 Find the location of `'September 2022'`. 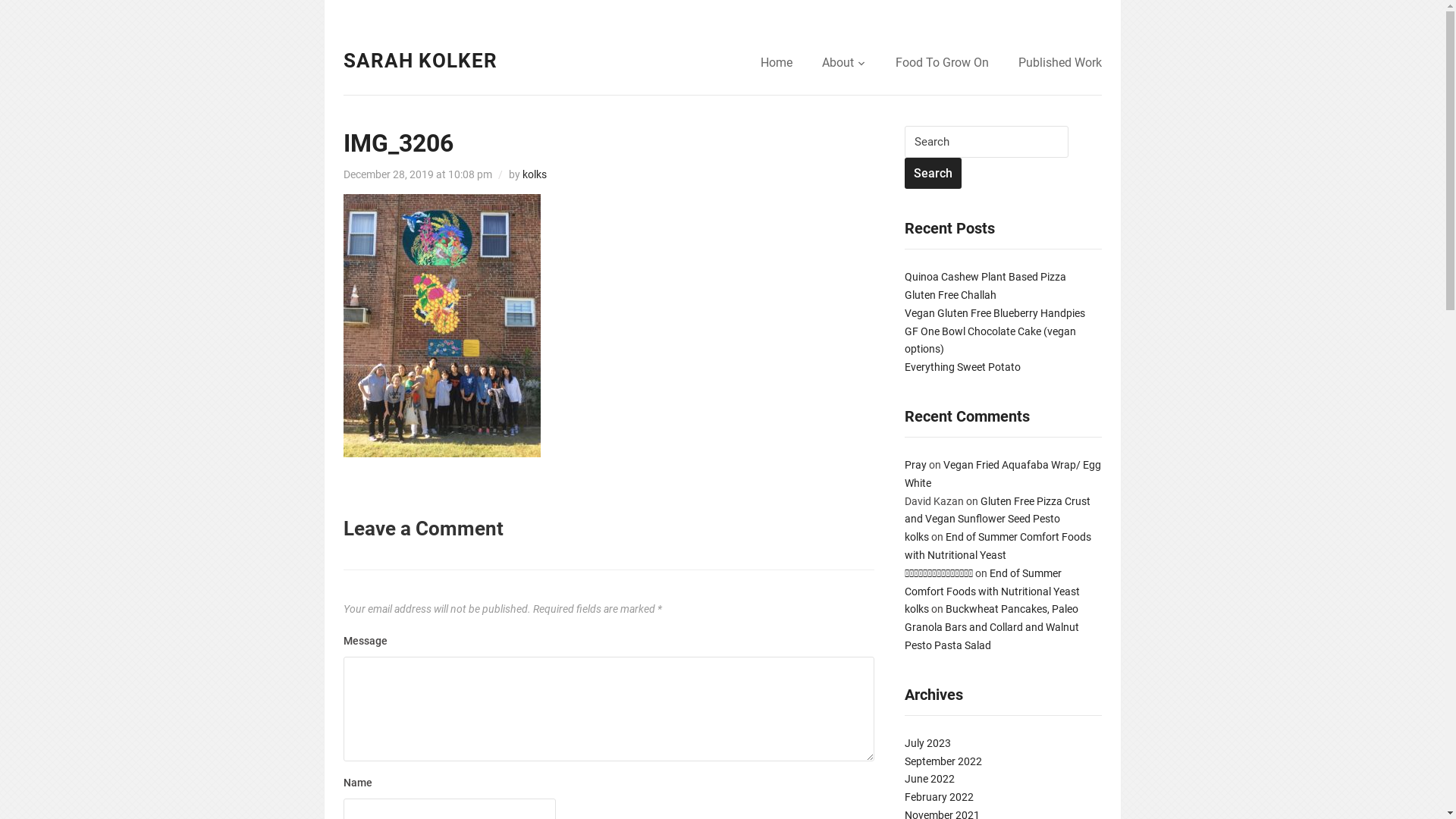

'September 2022' is located at coordinates (942, 761).